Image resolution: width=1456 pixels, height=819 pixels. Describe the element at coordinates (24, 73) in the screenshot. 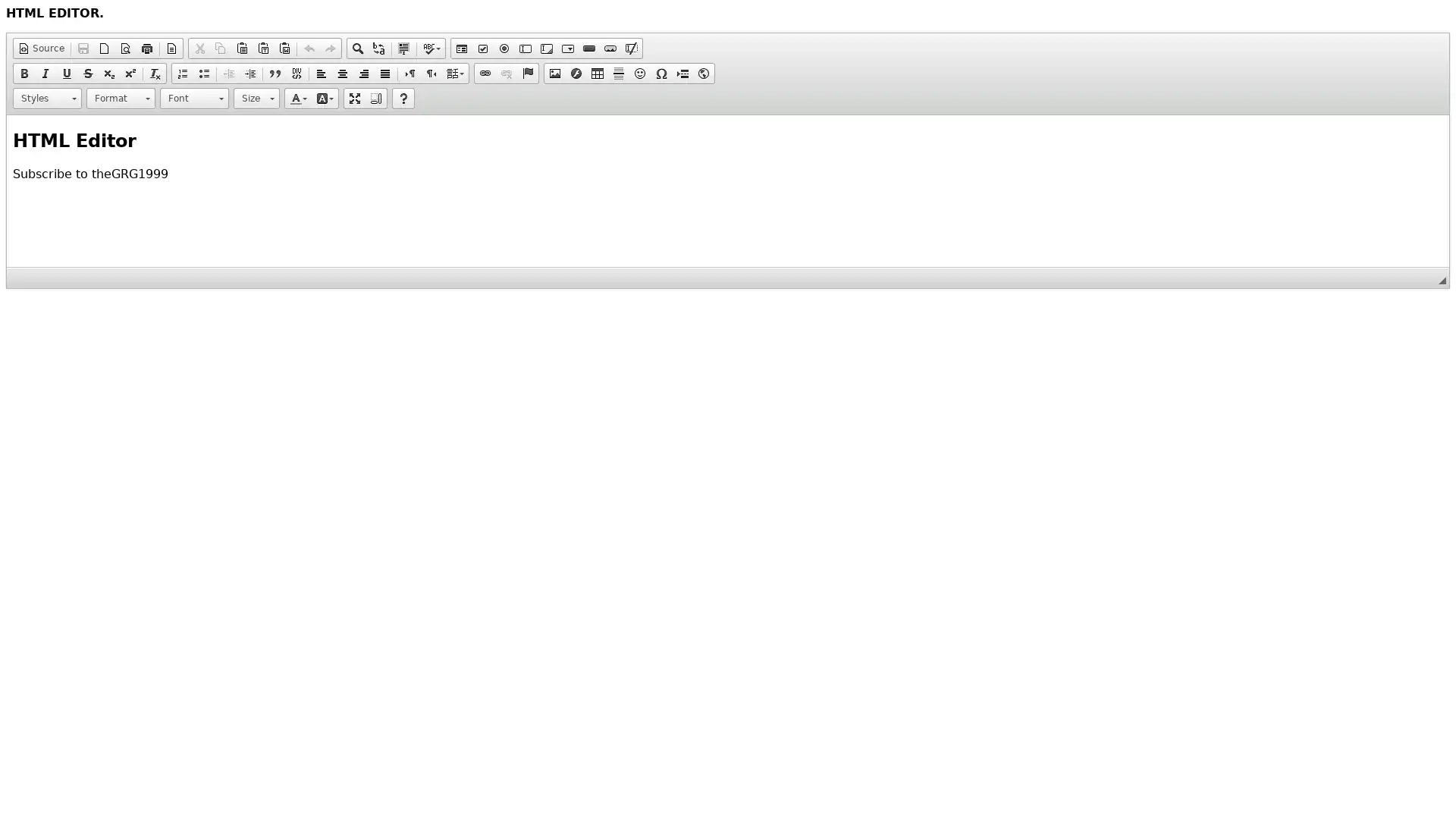

I see `Bold` at that location.